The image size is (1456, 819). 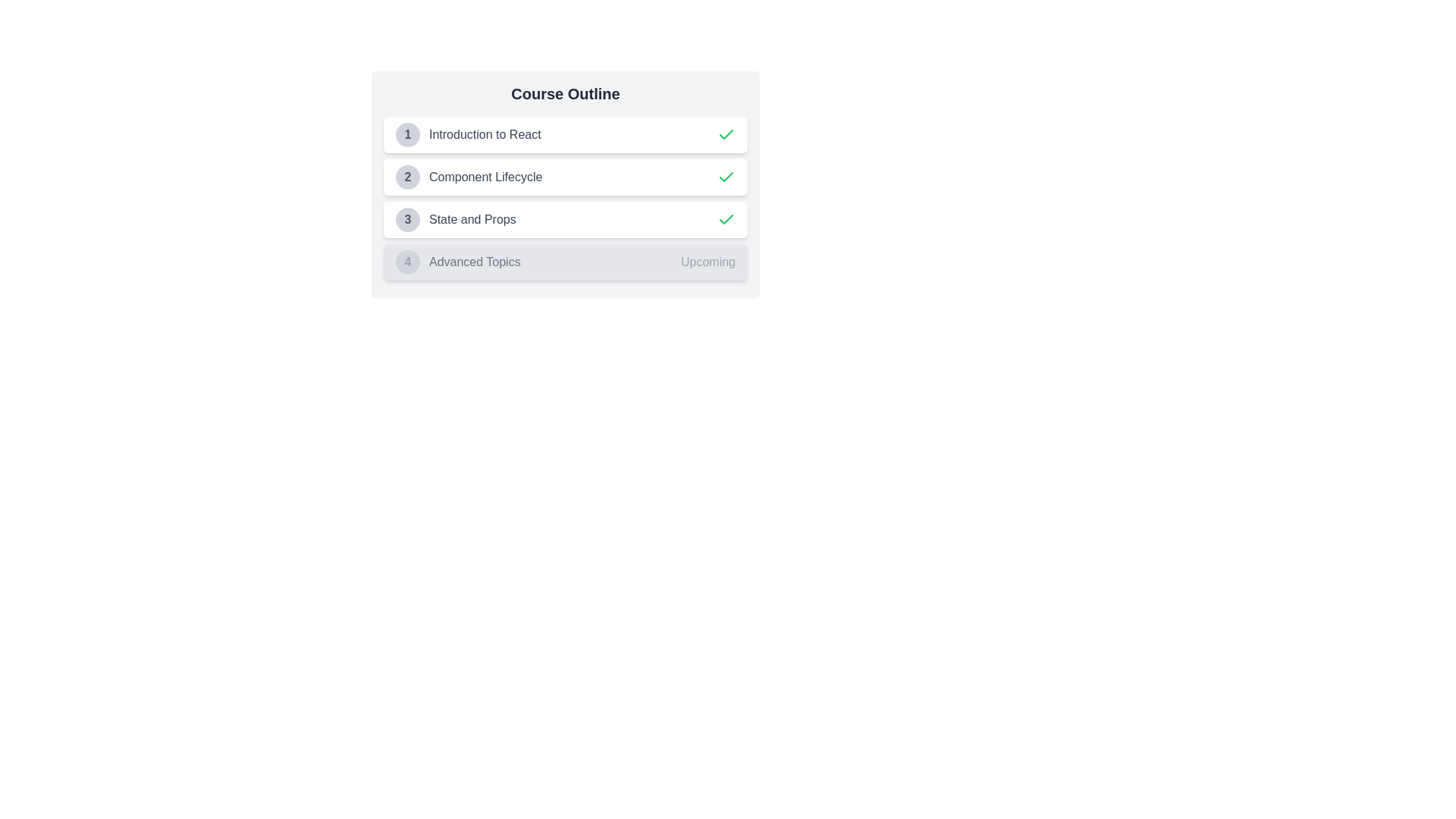 What do you see at coordinates (564, 262) in the screenshot?
I see `to select or highlight the list item labeled 'Advanced Topics' with a status indicator showing 'Upcoming' and the badge number '4'` at bounding box center [564, 262].